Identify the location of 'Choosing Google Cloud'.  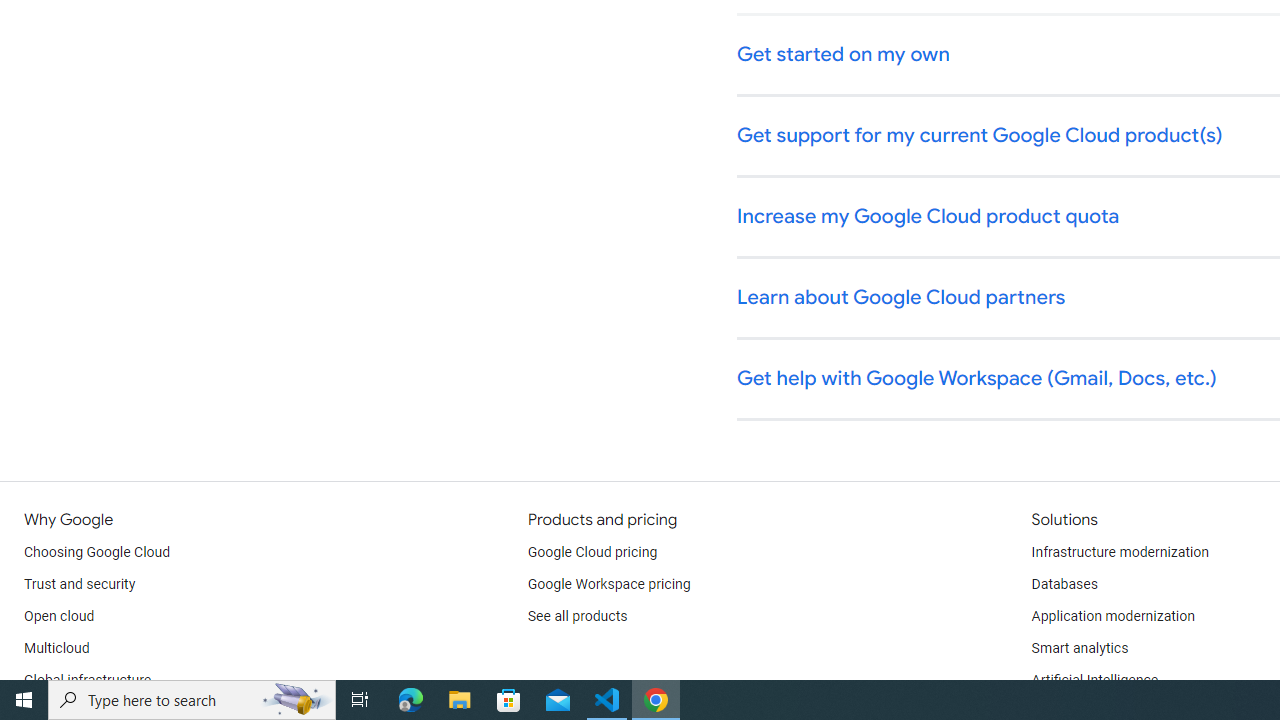
(96, 552).